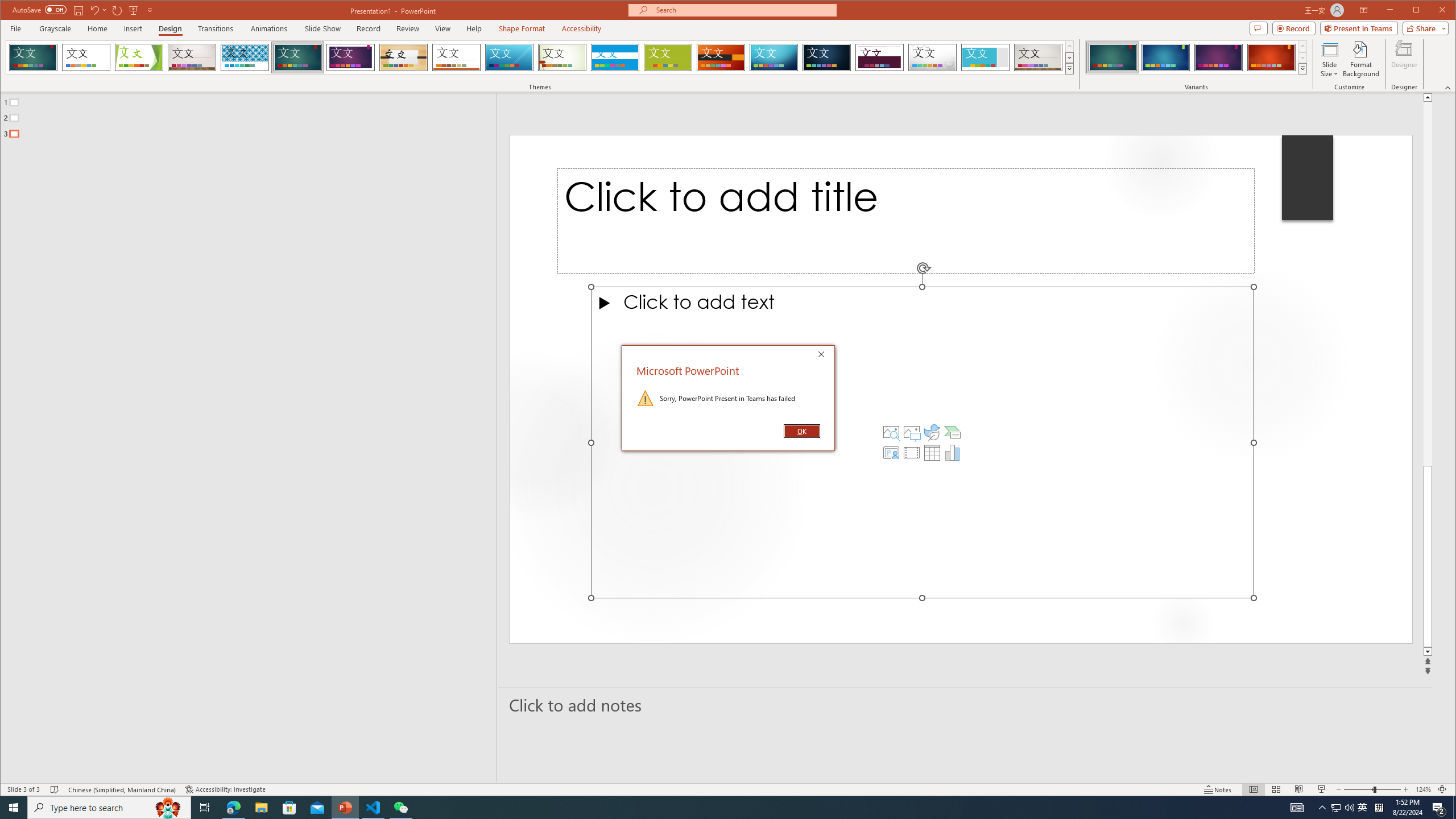 Image resolution: width=1456 pixels, height=819 pixels. Describe the element at coordinates (953, 432) in the screenshot. I see `'Insert a SmartArt Graphic'` at that location.